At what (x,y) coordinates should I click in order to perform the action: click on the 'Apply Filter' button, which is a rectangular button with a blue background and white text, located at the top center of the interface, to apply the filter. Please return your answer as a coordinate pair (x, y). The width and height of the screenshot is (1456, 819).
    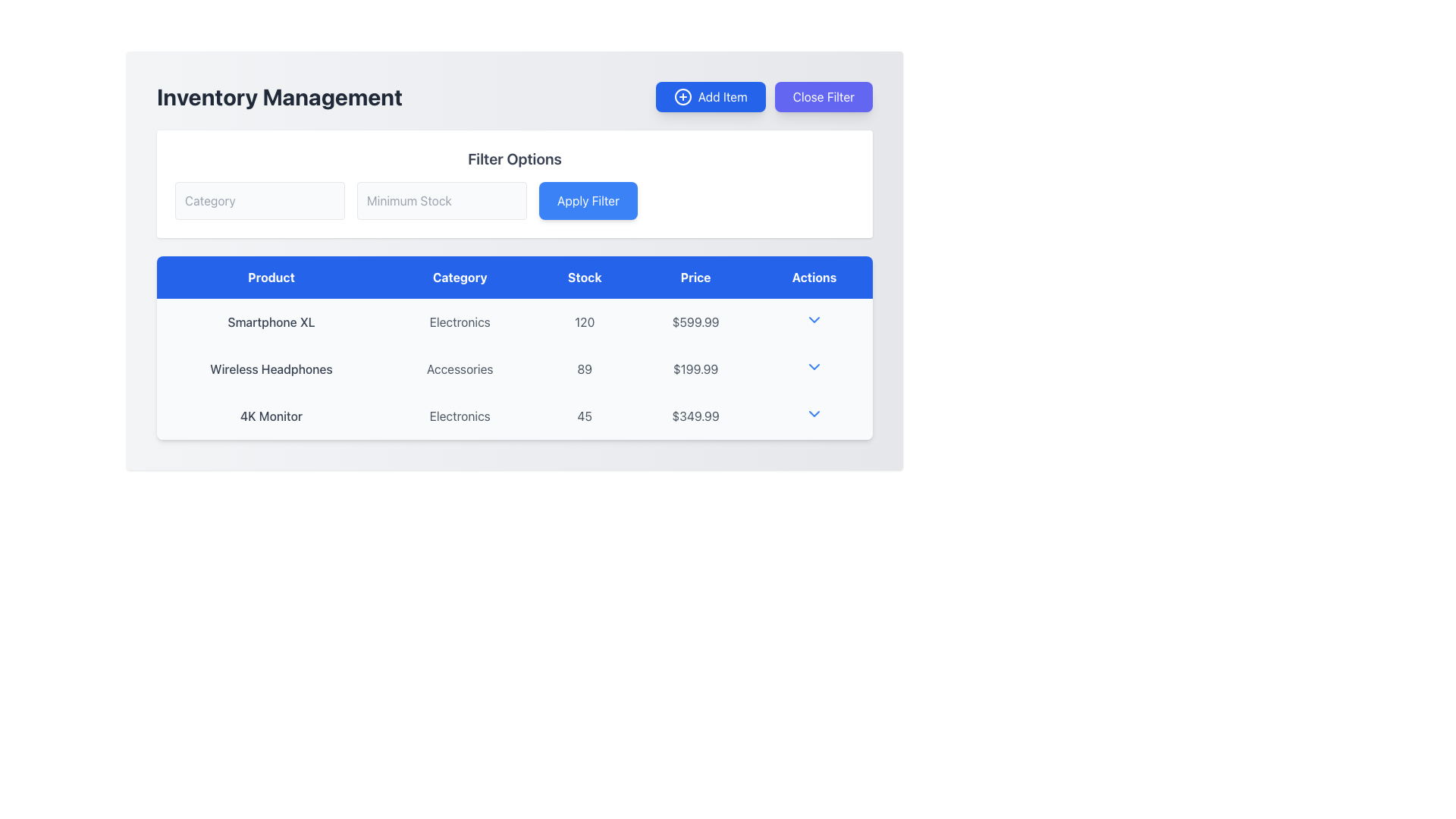
    Looking at the image, I should click on (587, 200).